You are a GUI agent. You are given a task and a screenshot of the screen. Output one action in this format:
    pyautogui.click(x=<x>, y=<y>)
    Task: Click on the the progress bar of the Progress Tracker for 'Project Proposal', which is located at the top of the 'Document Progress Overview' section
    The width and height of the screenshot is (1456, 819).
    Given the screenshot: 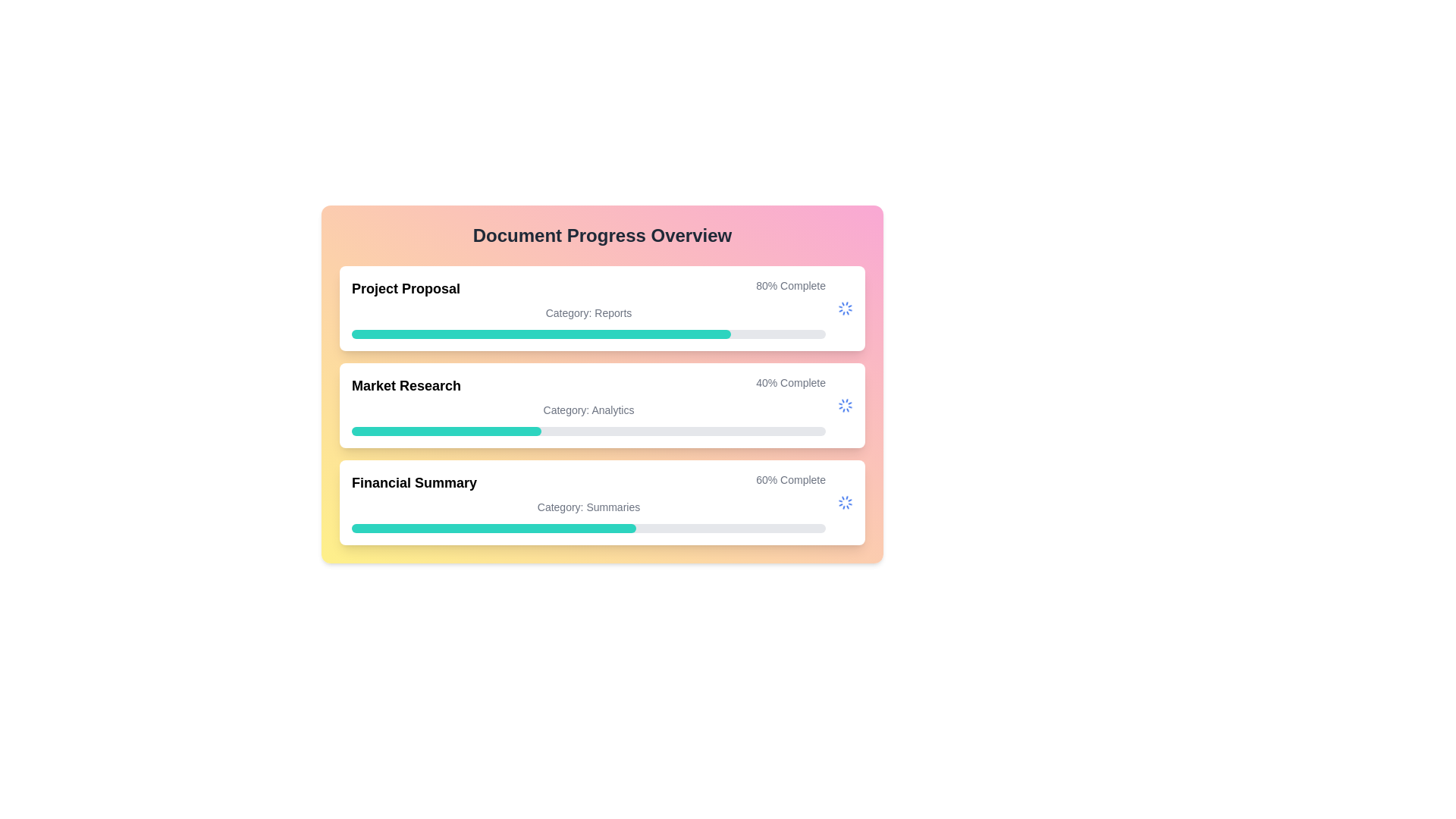 What is the action you would take?
    pyautogui.click(x=588, y=308)
    